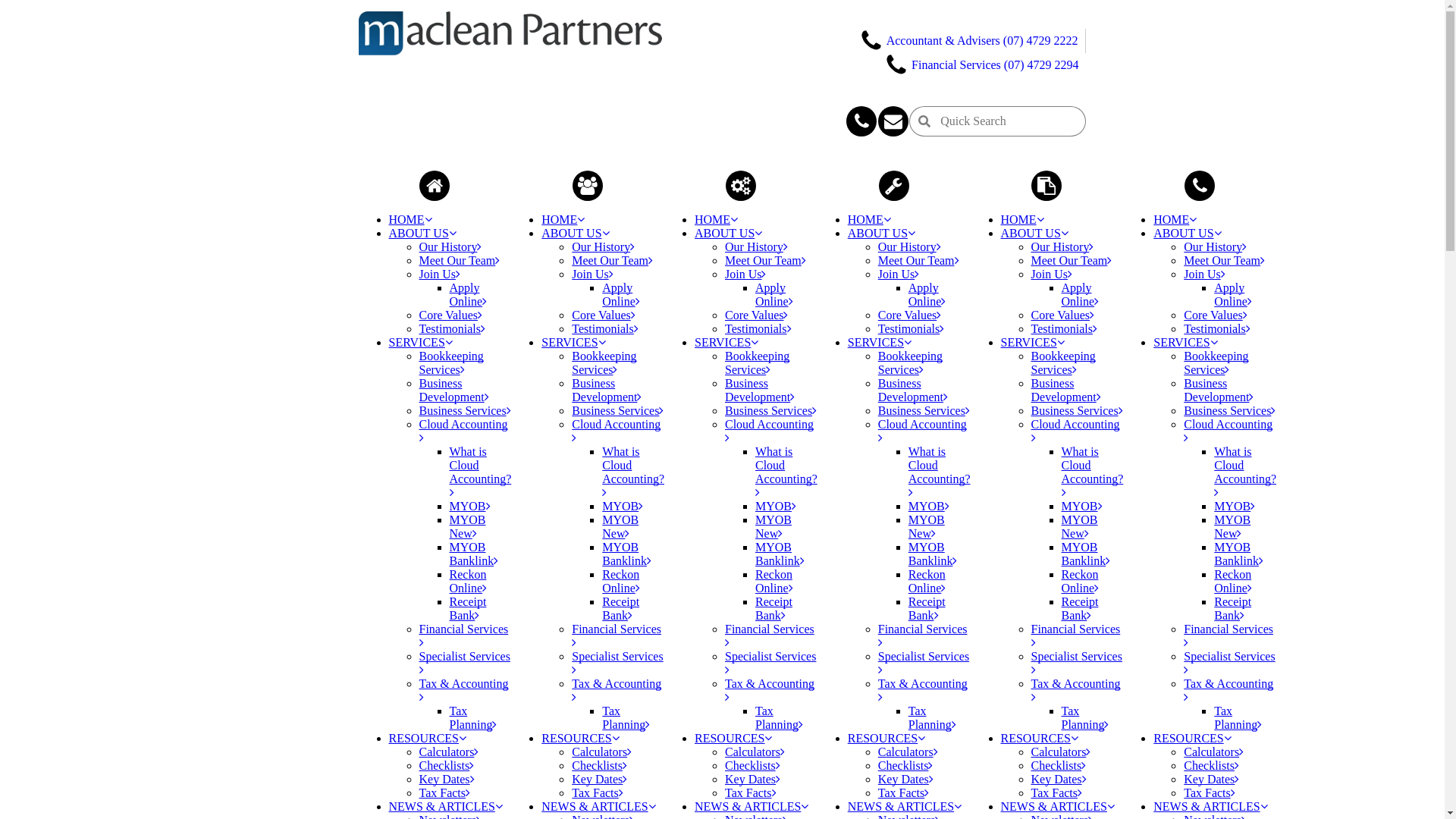  Describe the element at coordinates (626, 717) in the screenshot. I see `'Tax Planning'` at that location.